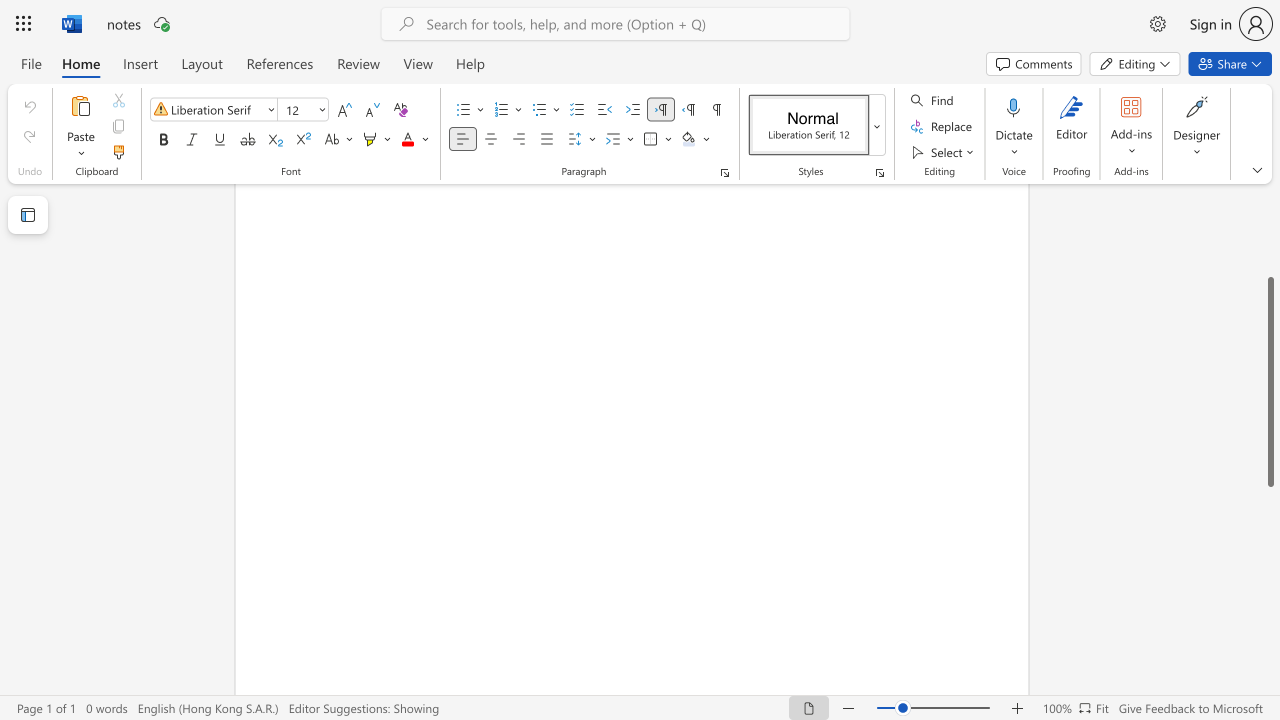  I want to click on the scrollbar to scroll the page up, so click(1269, 228).